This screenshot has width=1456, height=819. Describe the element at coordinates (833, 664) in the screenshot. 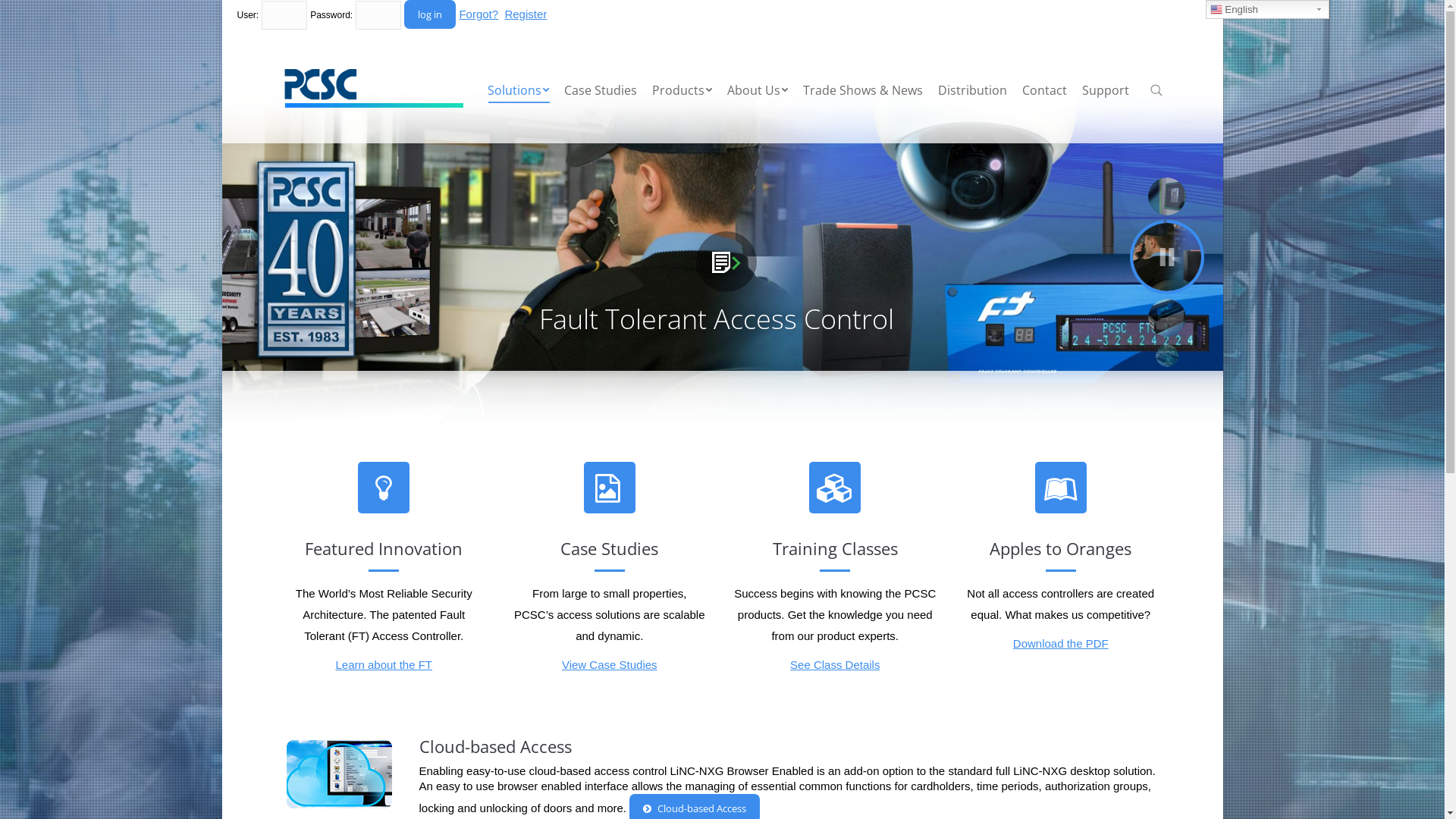

I see `'See Class Details'` at that location.